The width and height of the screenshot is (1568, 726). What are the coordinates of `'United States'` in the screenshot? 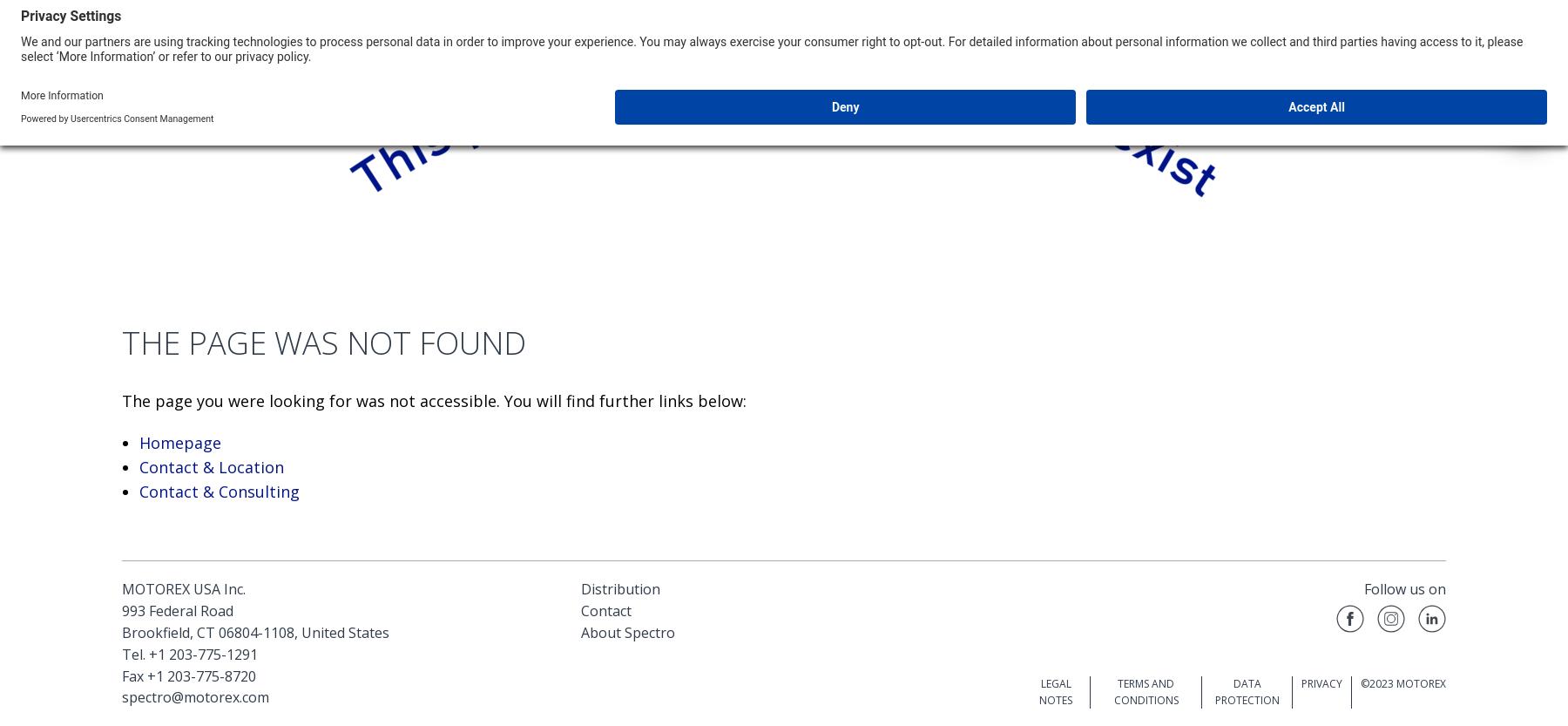 It's located at (345, 631).